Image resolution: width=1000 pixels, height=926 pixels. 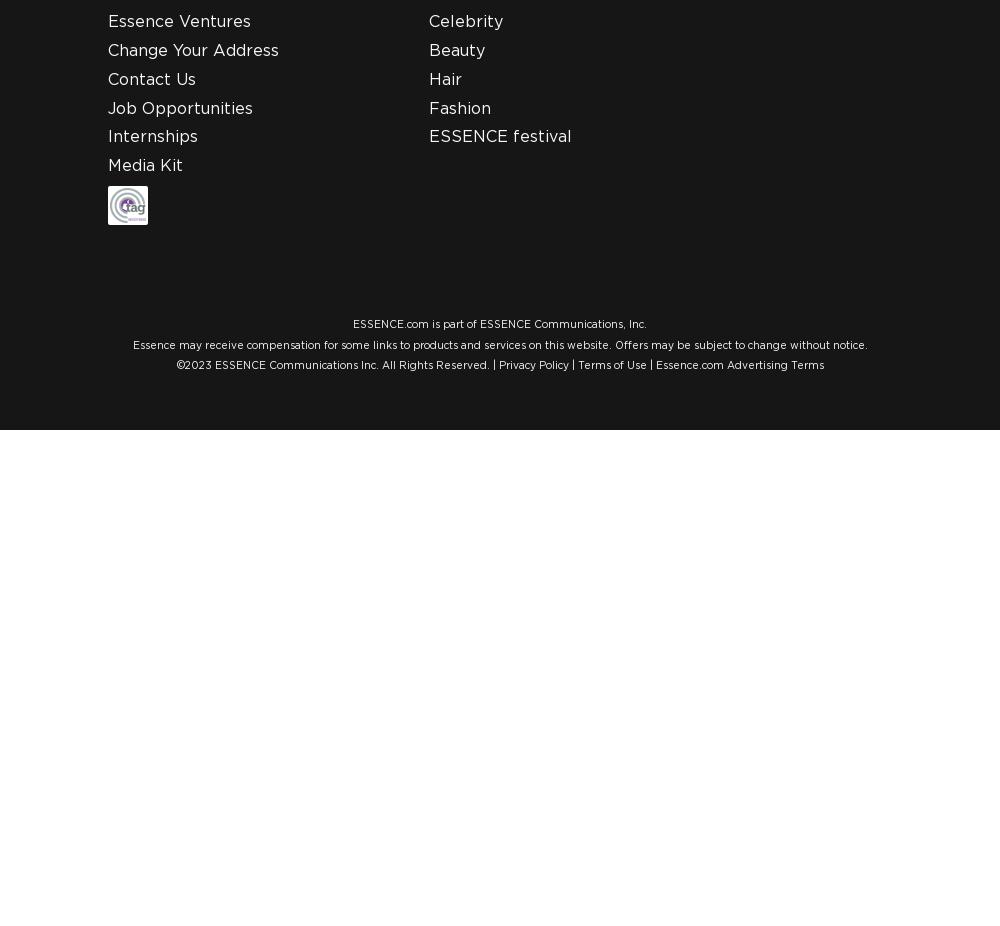 I want to click on 'Media Kit', so click(x=145, y=165).